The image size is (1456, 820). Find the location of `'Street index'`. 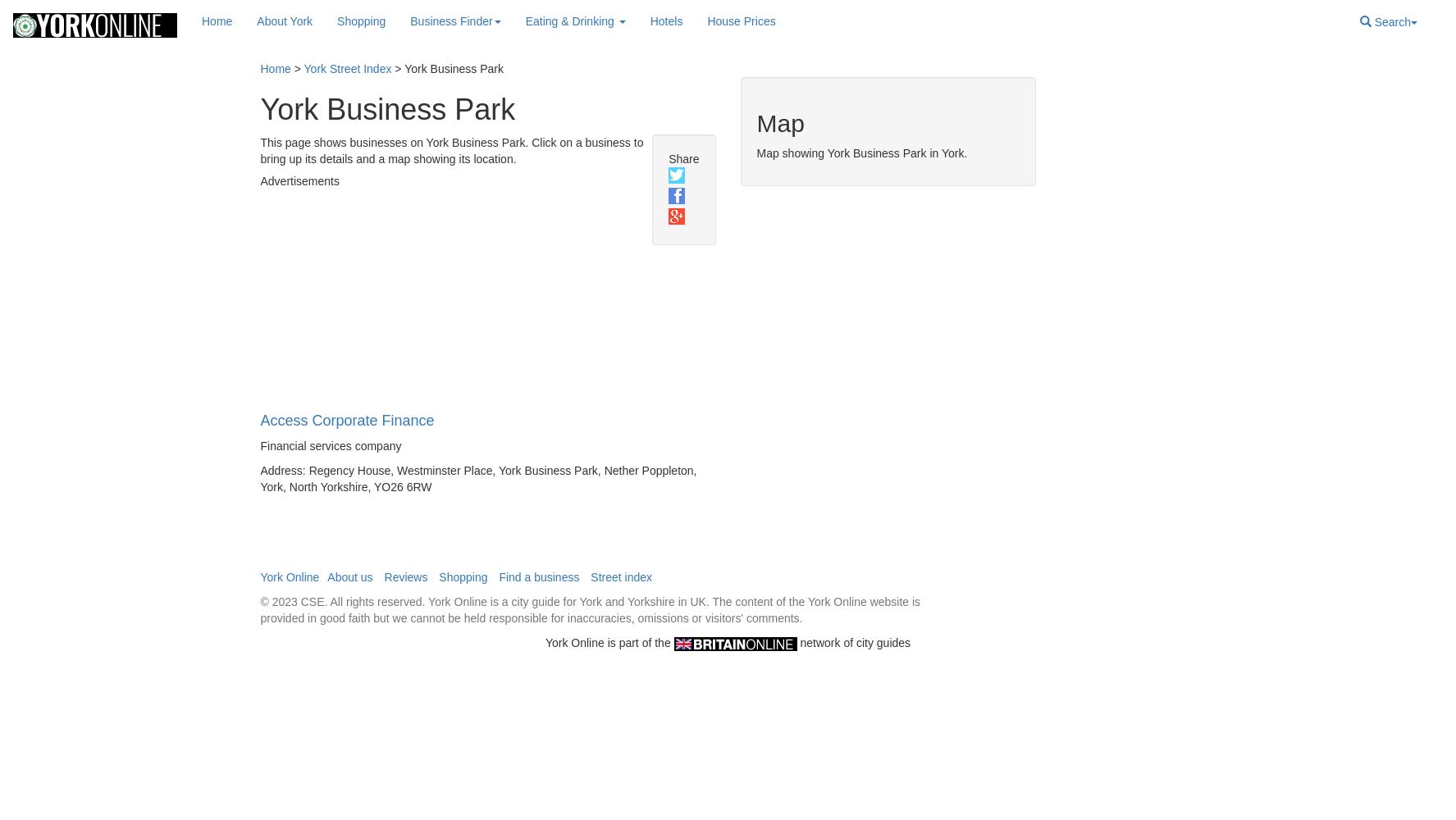

'Street index' is located at coordinates (621, 576).